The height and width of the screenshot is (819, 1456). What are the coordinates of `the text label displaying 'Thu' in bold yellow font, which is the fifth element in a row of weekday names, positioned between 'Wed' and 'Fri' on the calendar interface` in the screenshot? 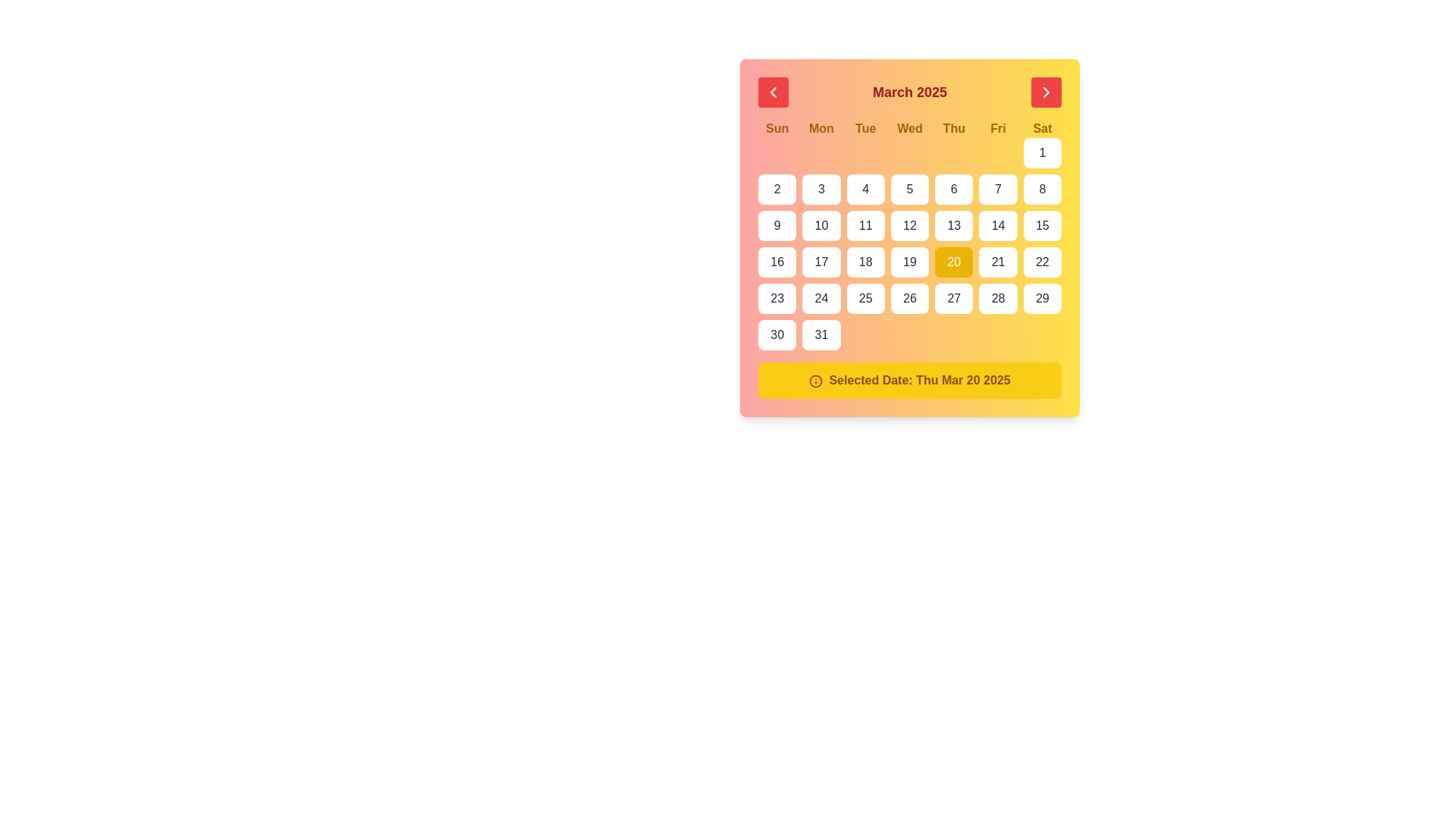 It's located at (953, 127).